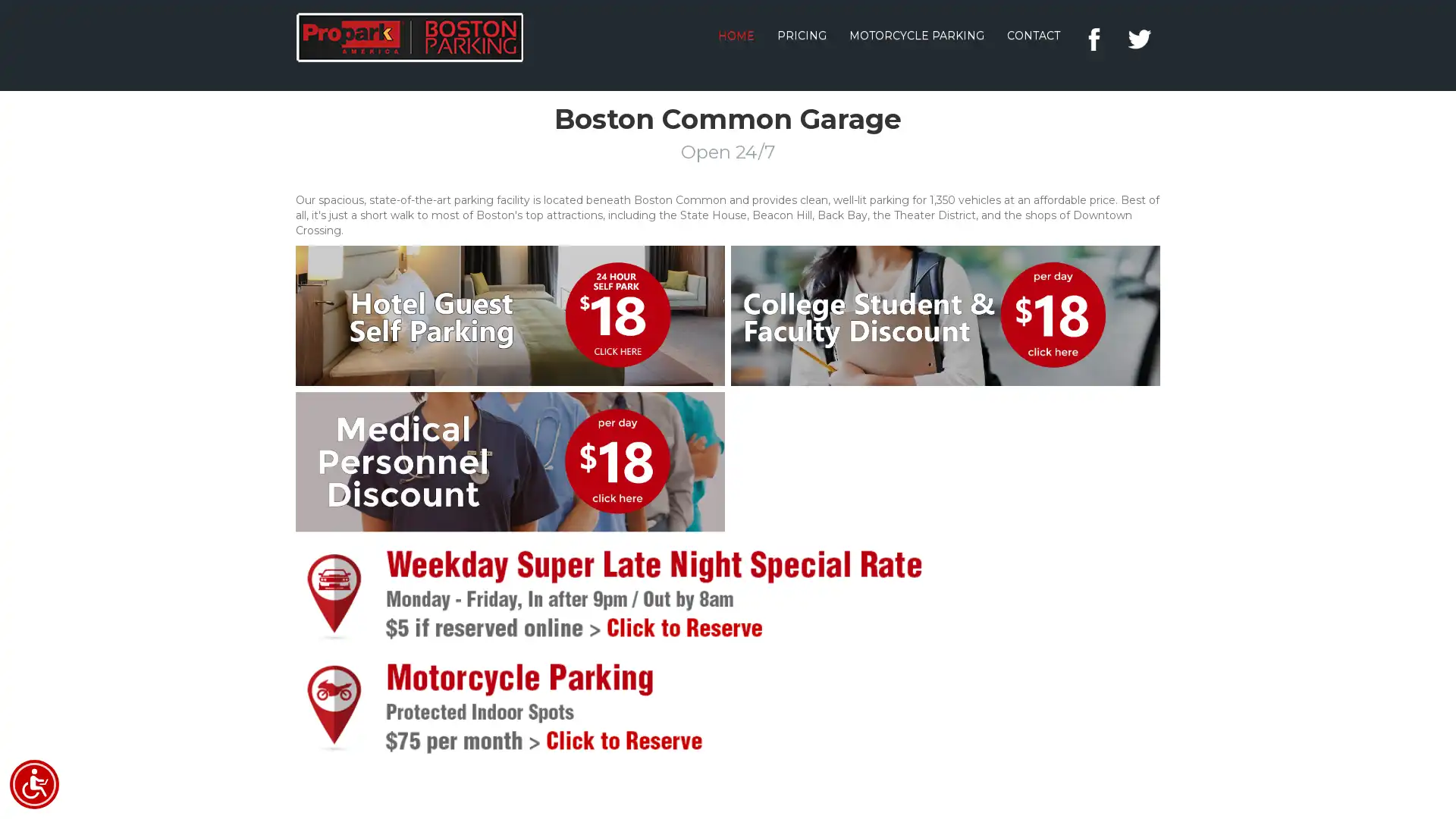  I want to click on Accessibility Menu, so click(34, 784).